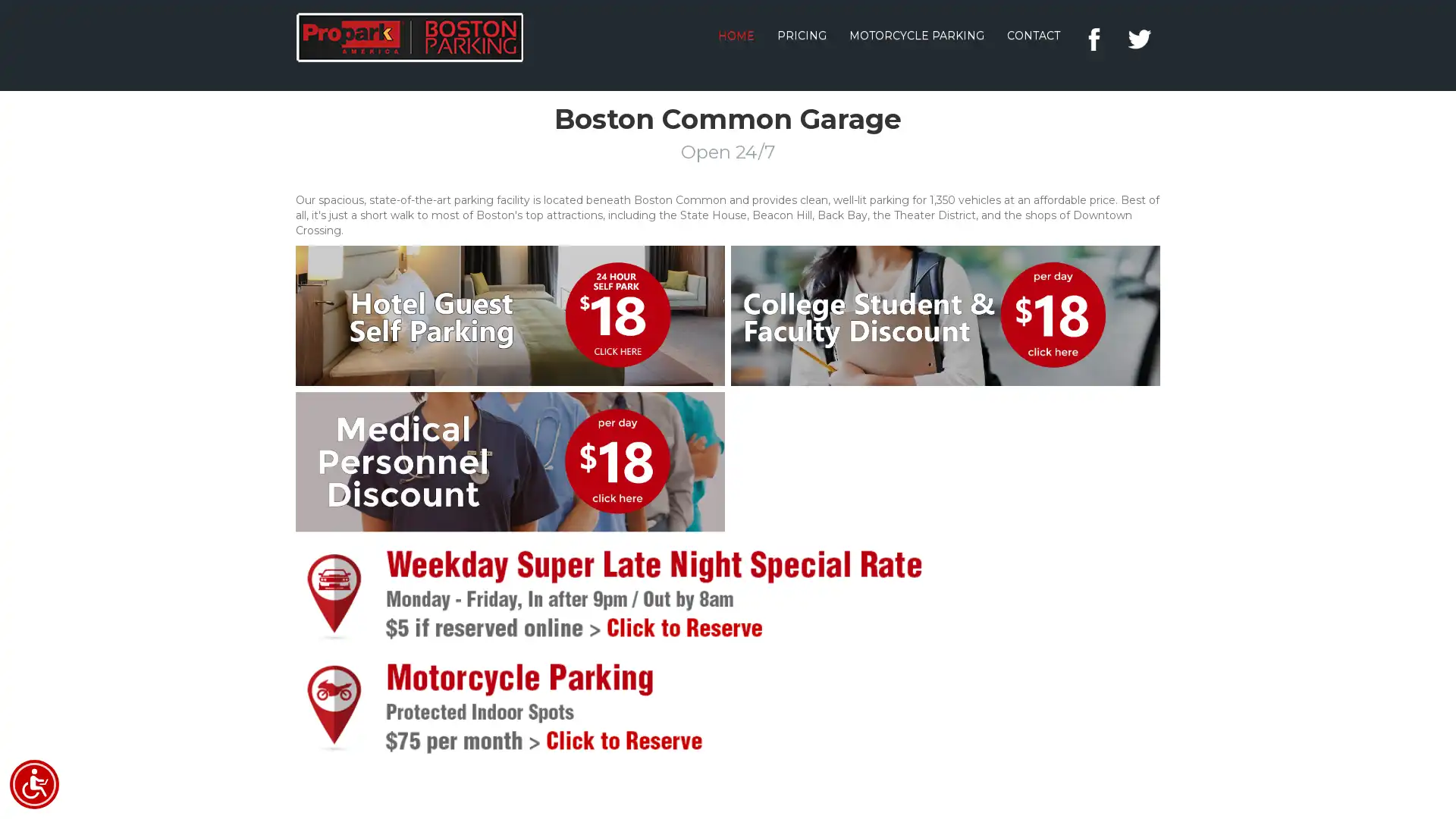  I want to click on Accessibility Menu, so click(34, 784).